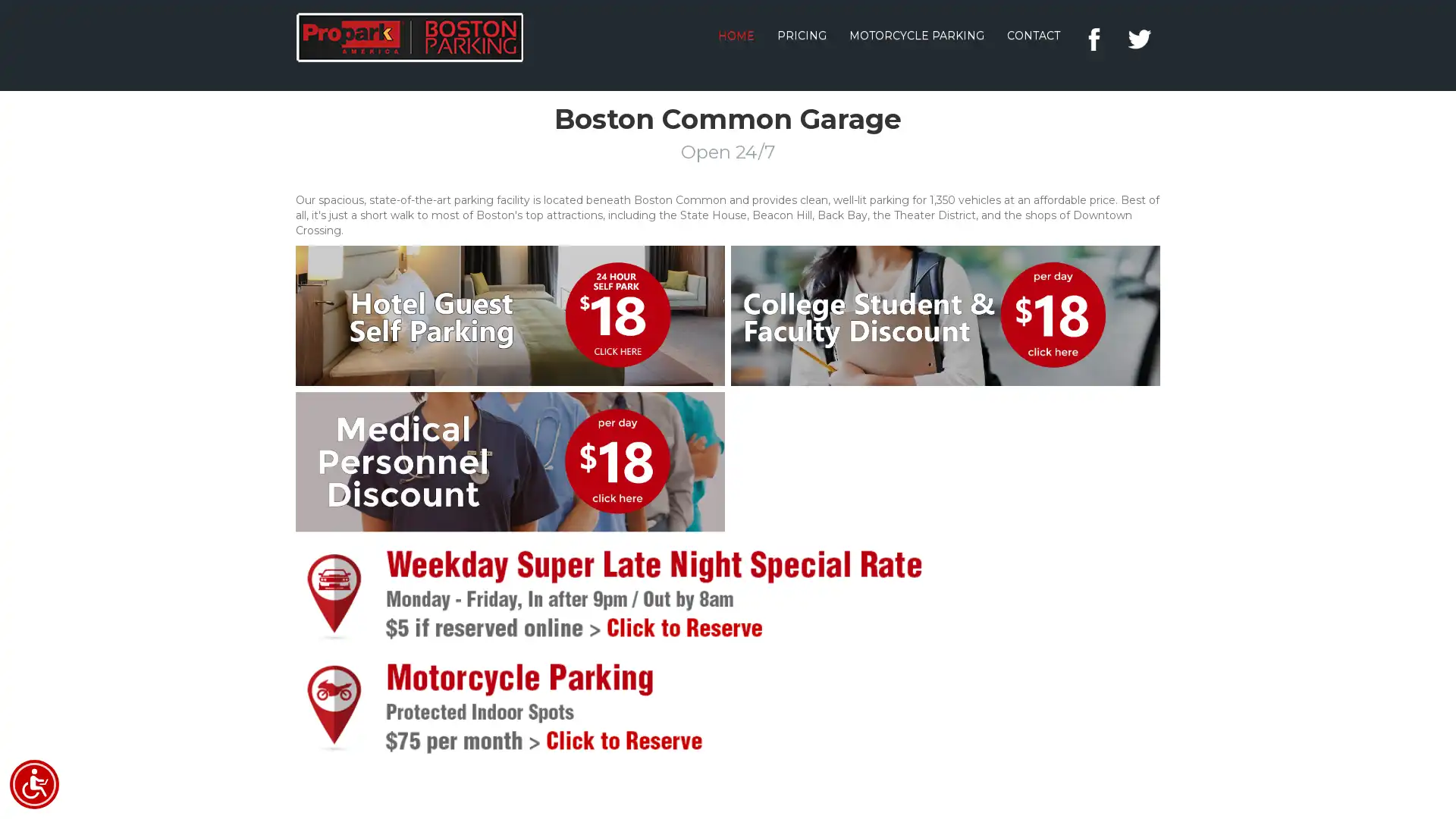  I want to click on Accessibility Menu, so click(34, 784).